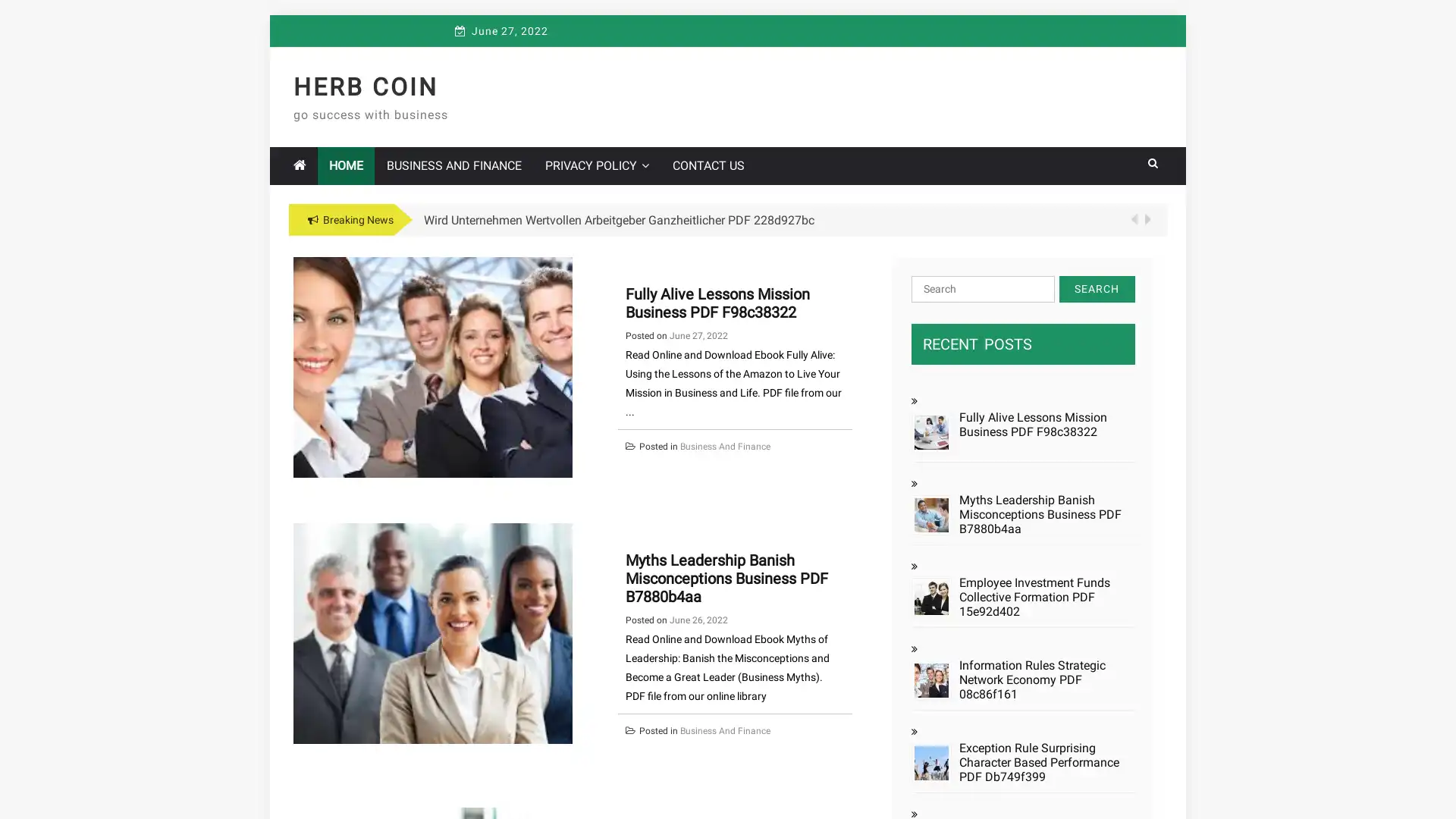 This screenshot has width=1456, height=819. Describe the element at coordinates (1096, 288) in the screenshot. I see `Search` at that location.